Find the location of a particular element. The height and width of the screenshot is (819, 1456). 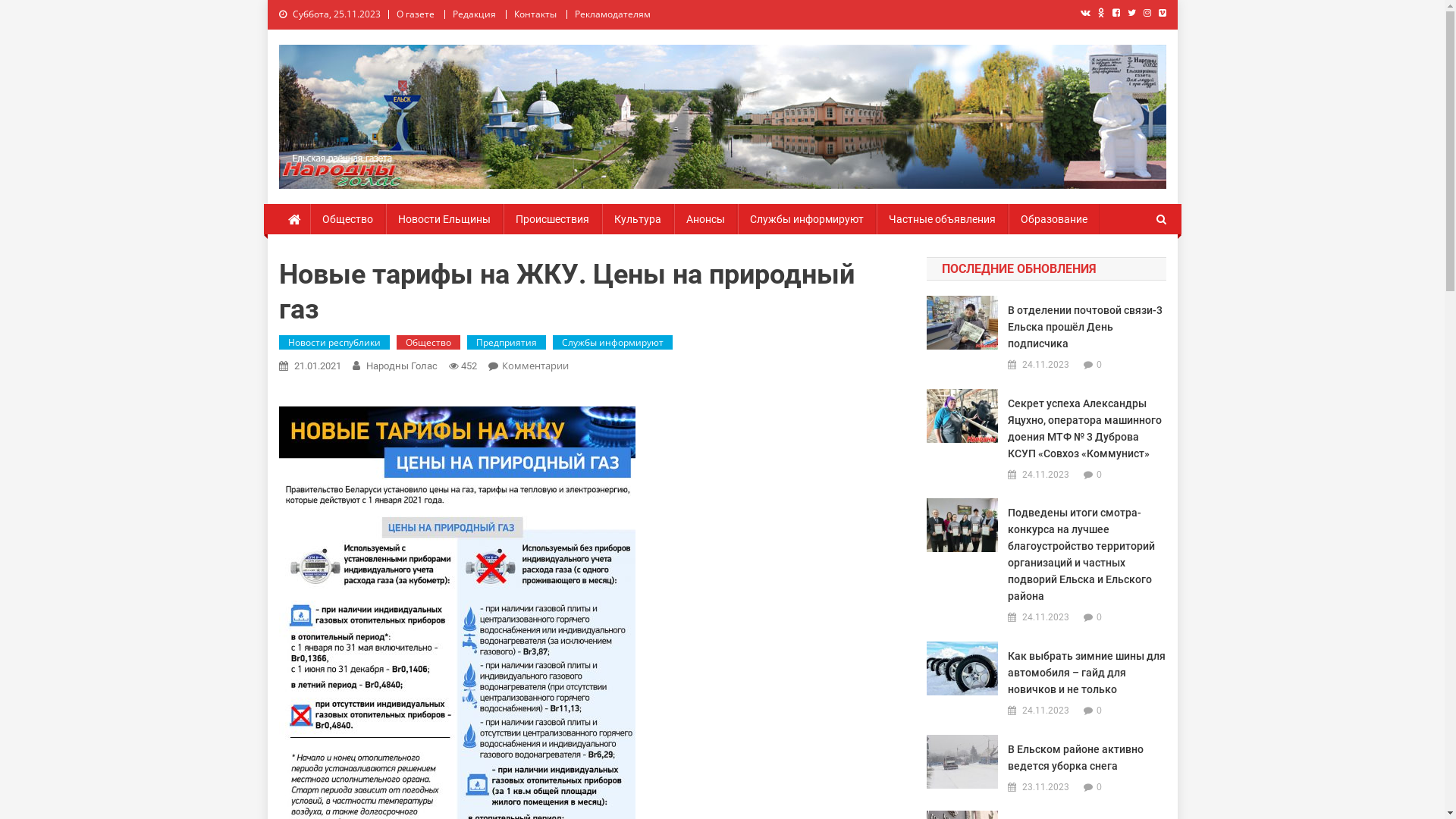

'0' is located at coordinates (1099, 473).